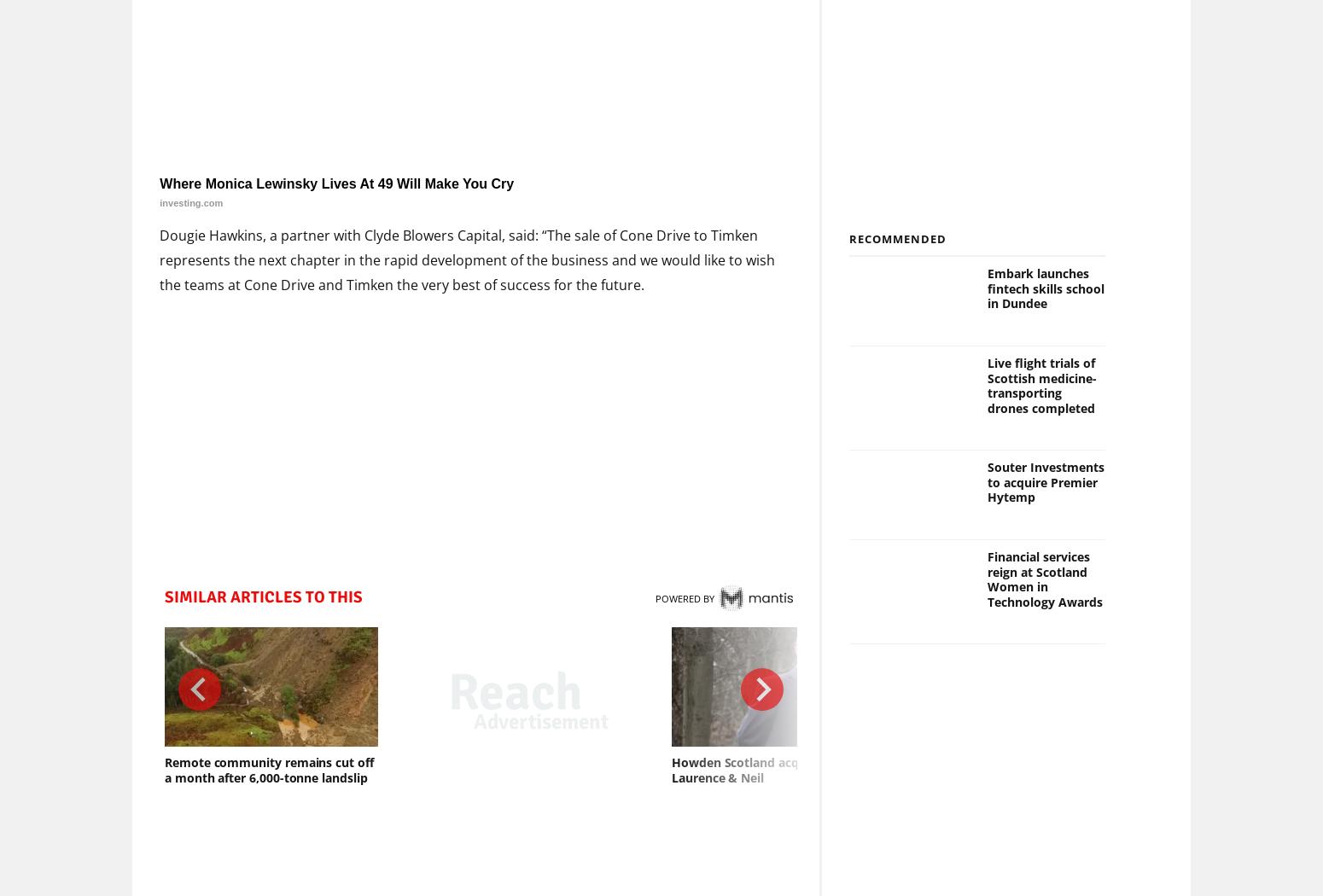 This screenshot has height=896, width=1323. I want to click on 'Live flight trials of Scottish medicine-transporting drones completed', so click(1041, 385).